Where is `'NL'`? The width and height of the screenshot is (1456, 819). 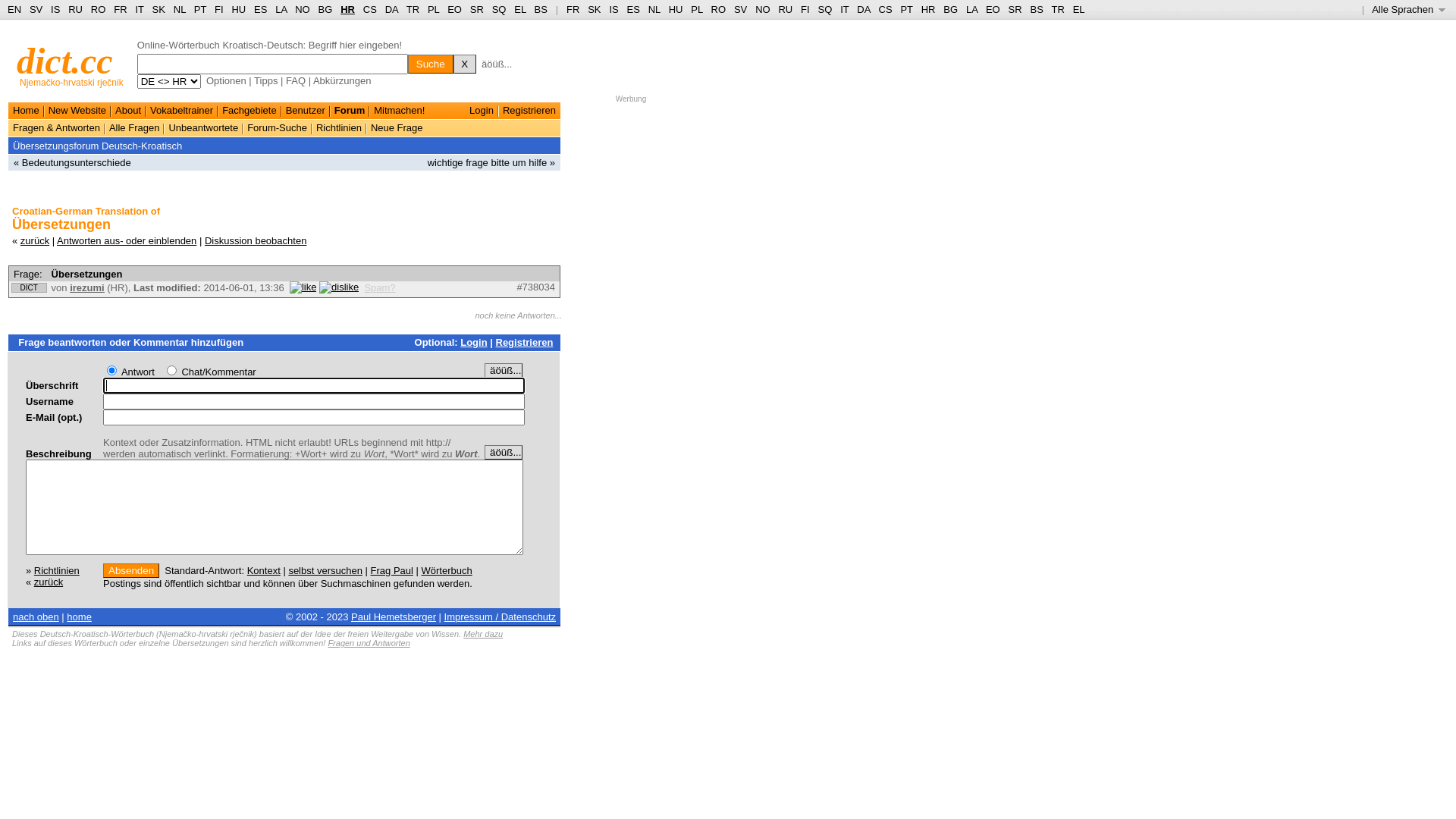
'NL' is located at coordinates (654, 9).